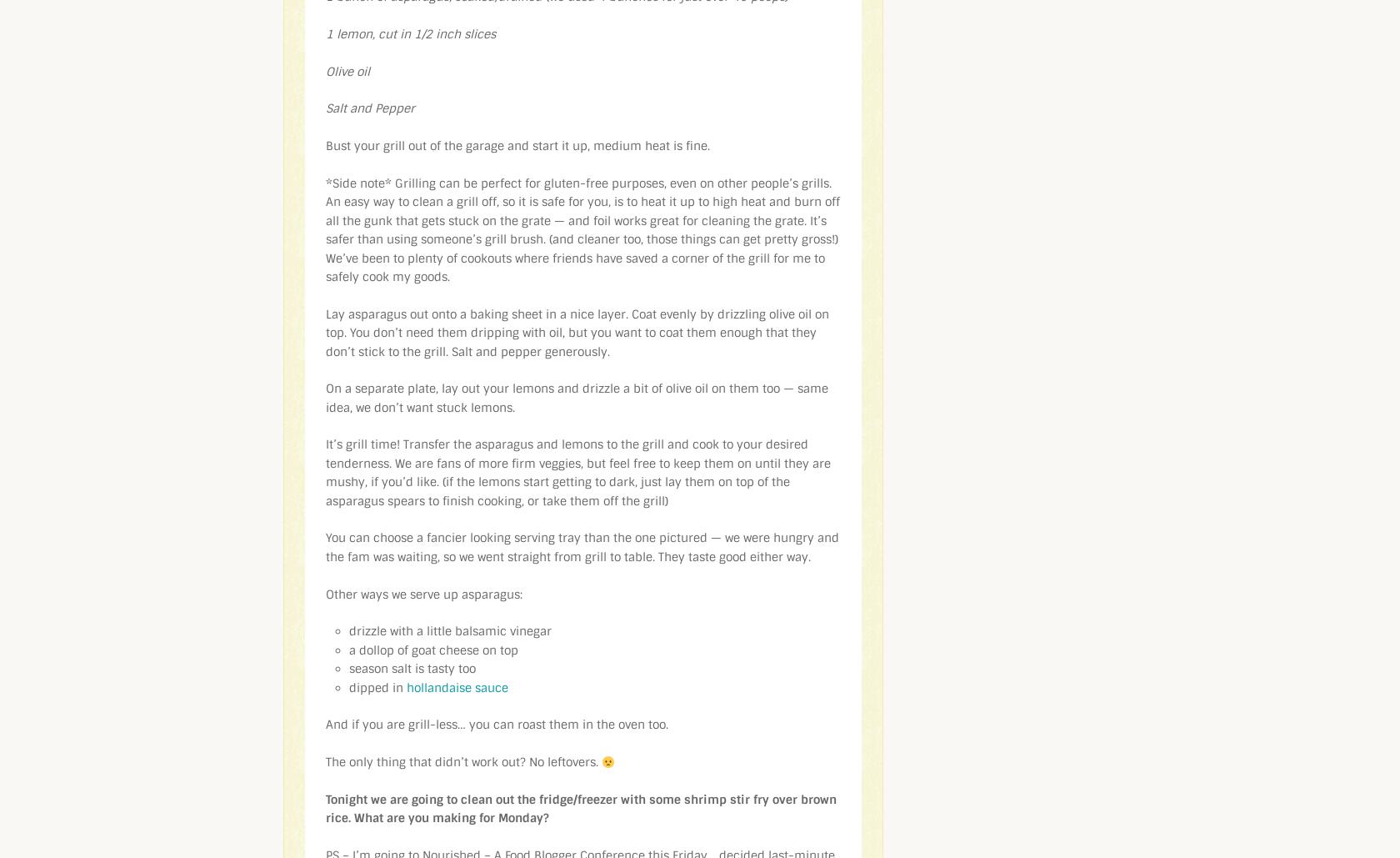 The width and height of the screenshot is (1400, 858). I want to click on 'hollandaise sauce', so click(457, 686).